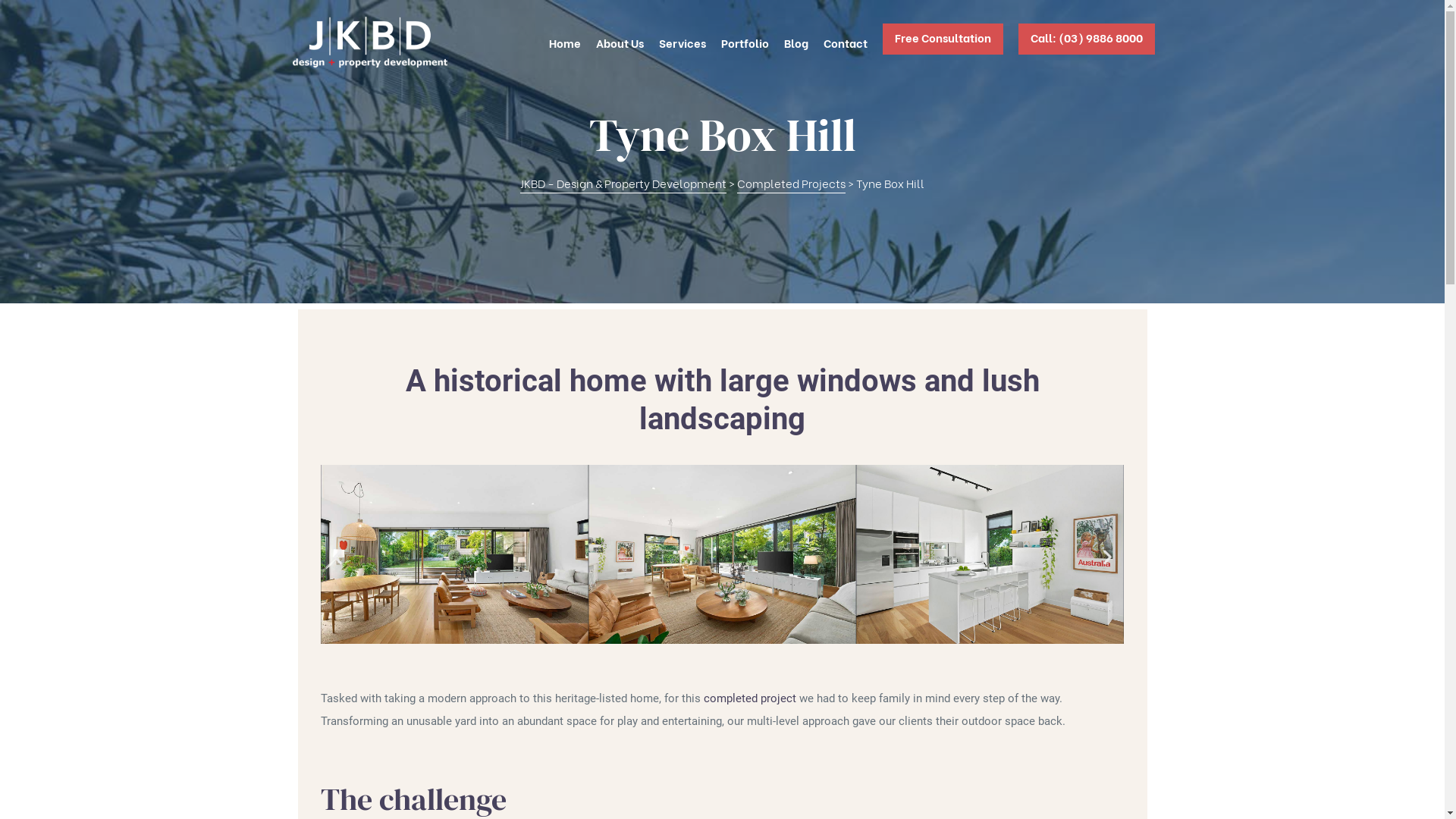 The image size is (1456, 819). What do you see at coordinates (680, 42) in the screenshot?
I see `'Services'` at bounding box center [680, 42].